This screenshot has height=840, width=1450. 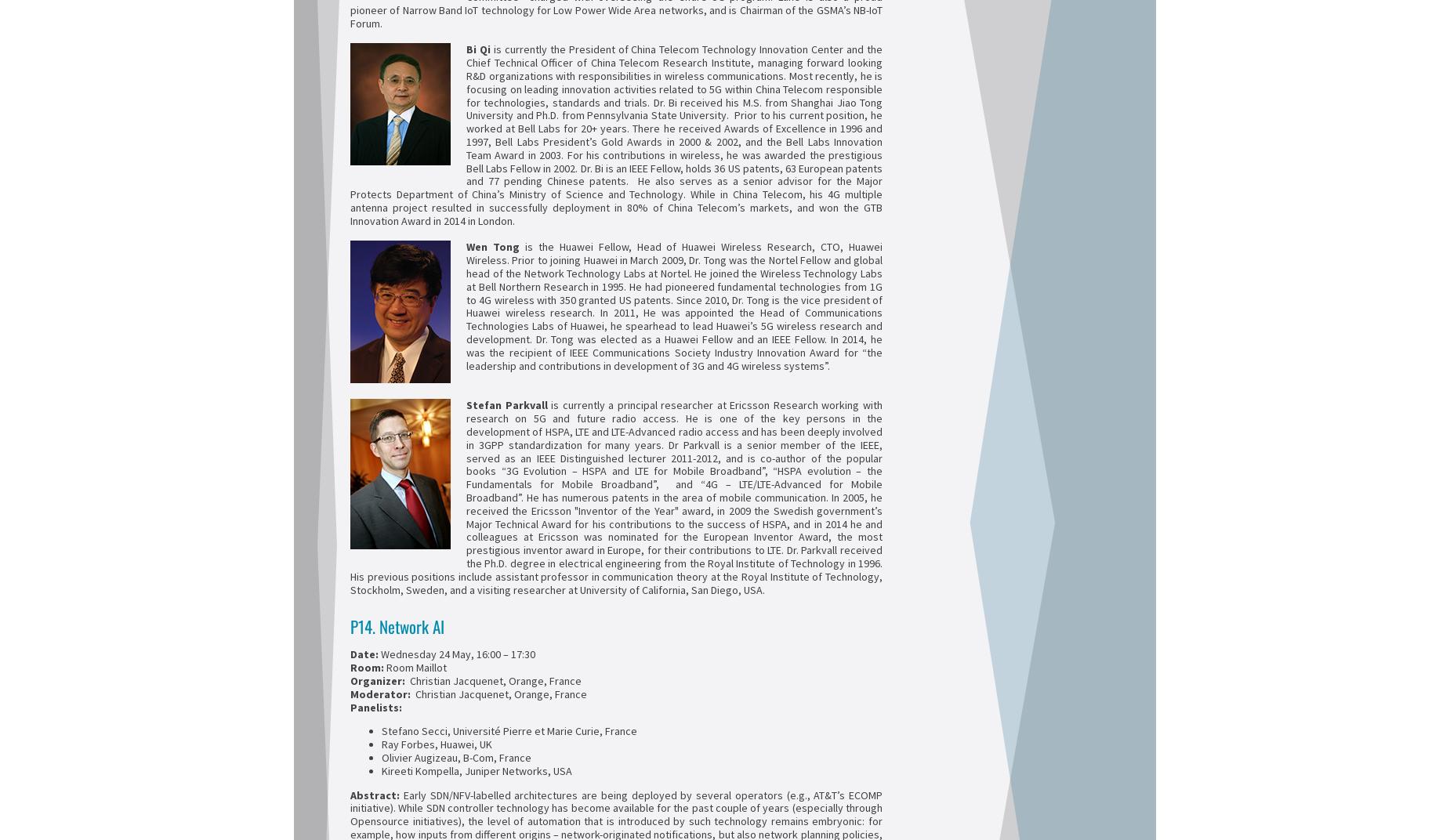 What do you see at coordinates (376, 706) in the screenshot?
I see `'Panelists:'` at bounding box center [376, 706].